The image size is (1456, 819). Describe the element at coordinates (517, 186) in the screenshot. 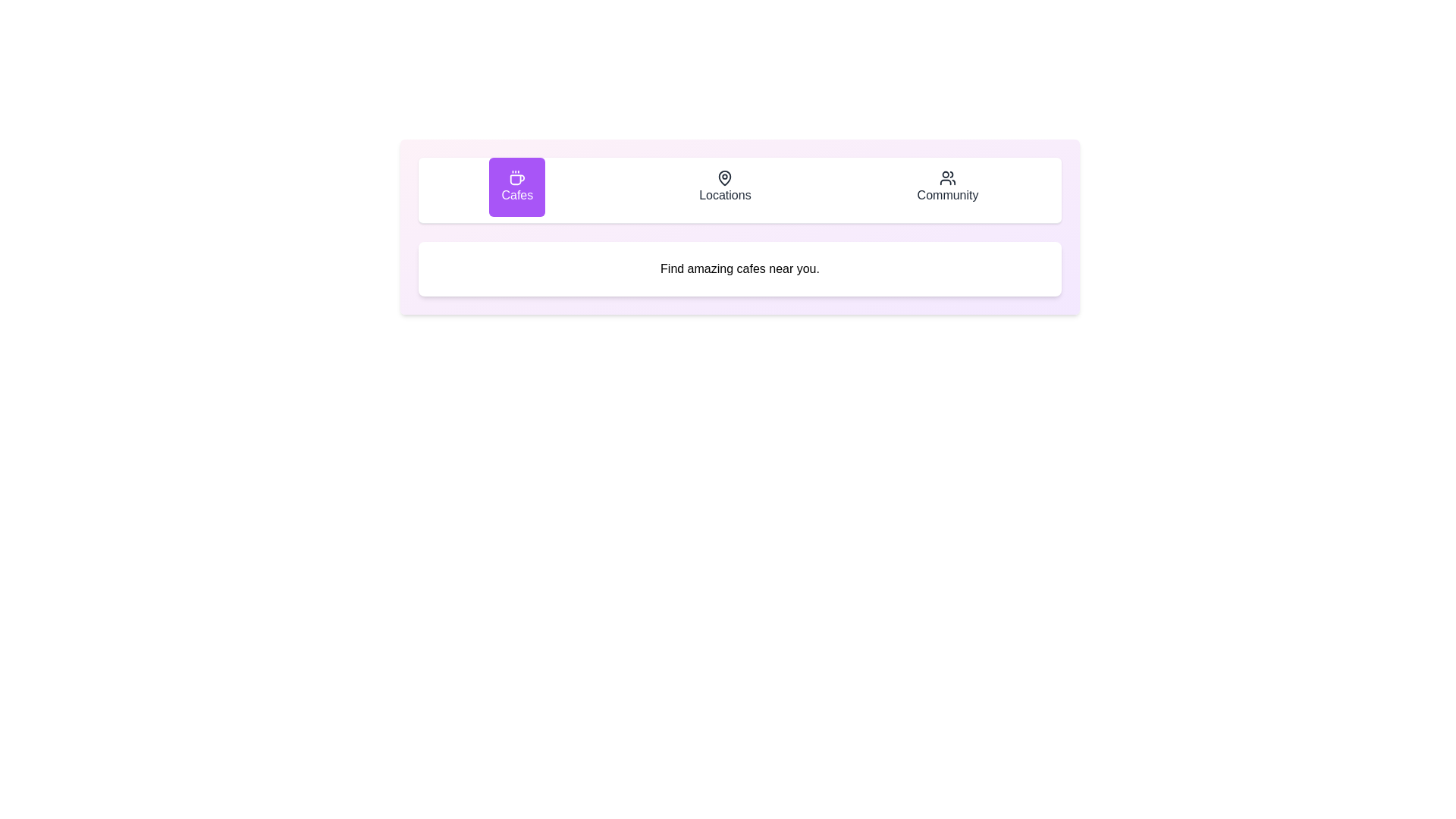

I see `the first button of the three-button group that navigates to cafe-related information for accessibility interaction` at that location.